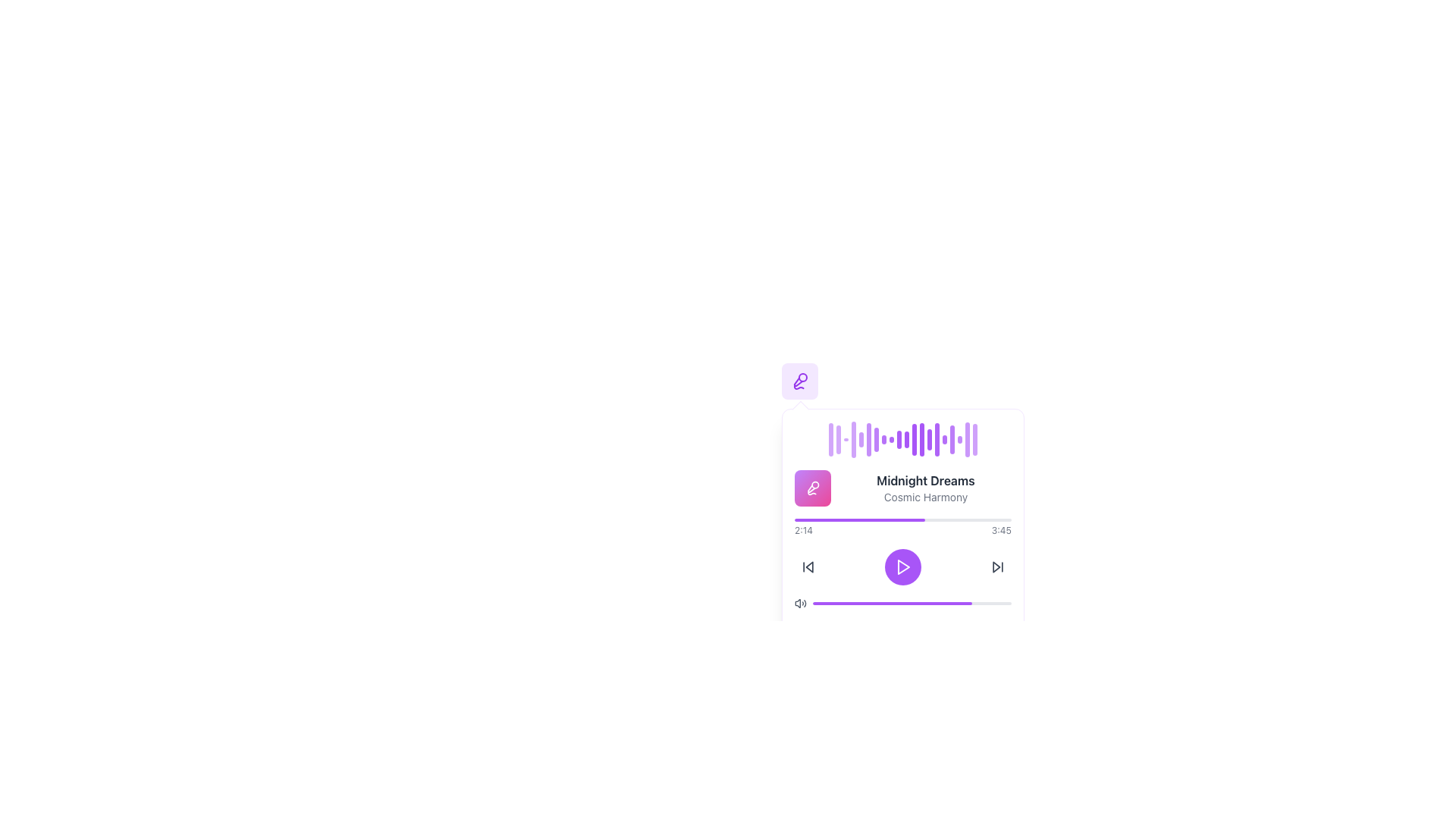 This screenshot has height=819, width=1456. I want to click on the 19th vertical purple rounded rectangle representing audio waves in the audio player interface, located above the title 'Midnight Dreams', so click(967, 439).